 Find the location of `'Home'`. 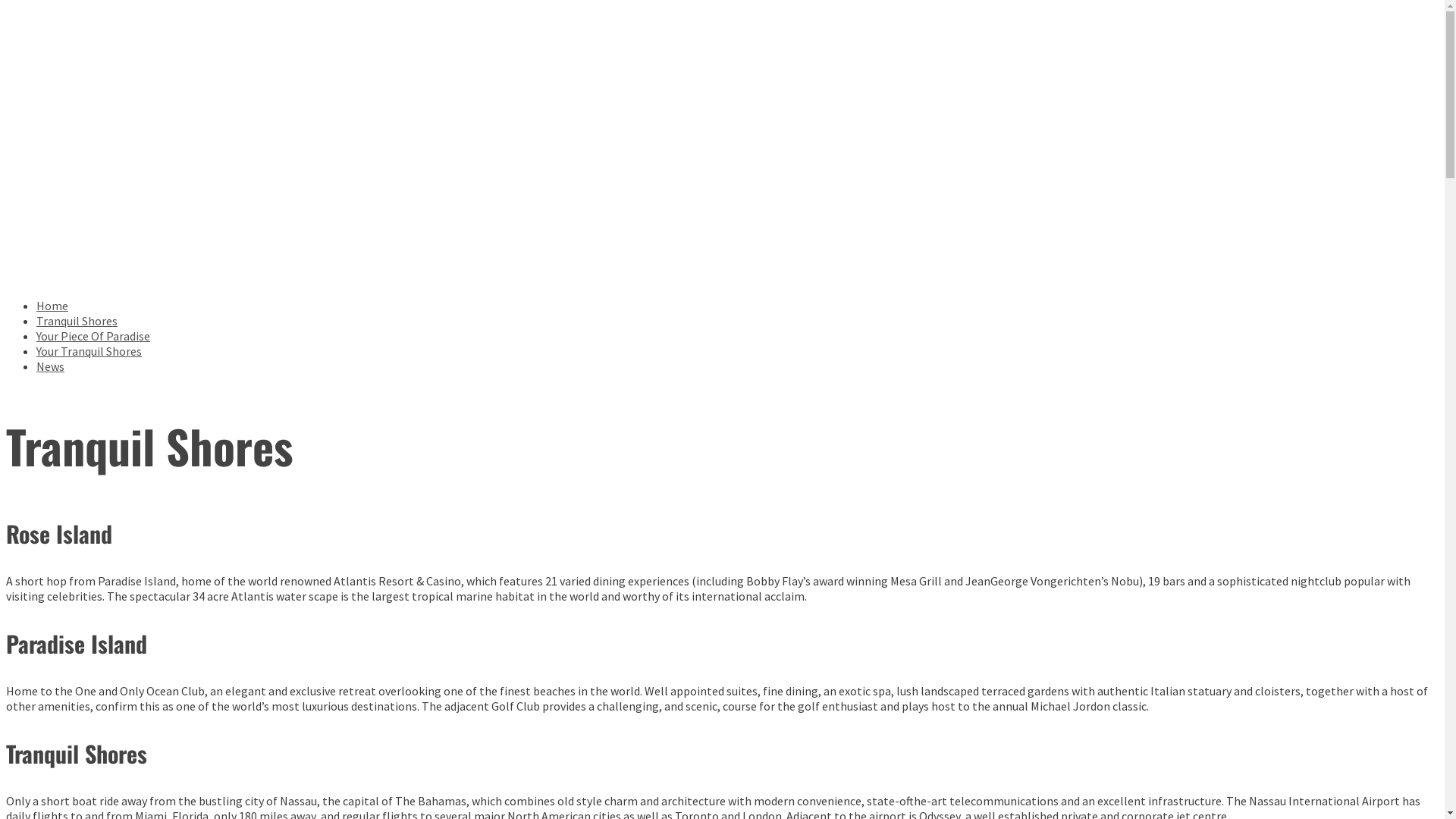

'Home' is located at coordinates (52, 305).